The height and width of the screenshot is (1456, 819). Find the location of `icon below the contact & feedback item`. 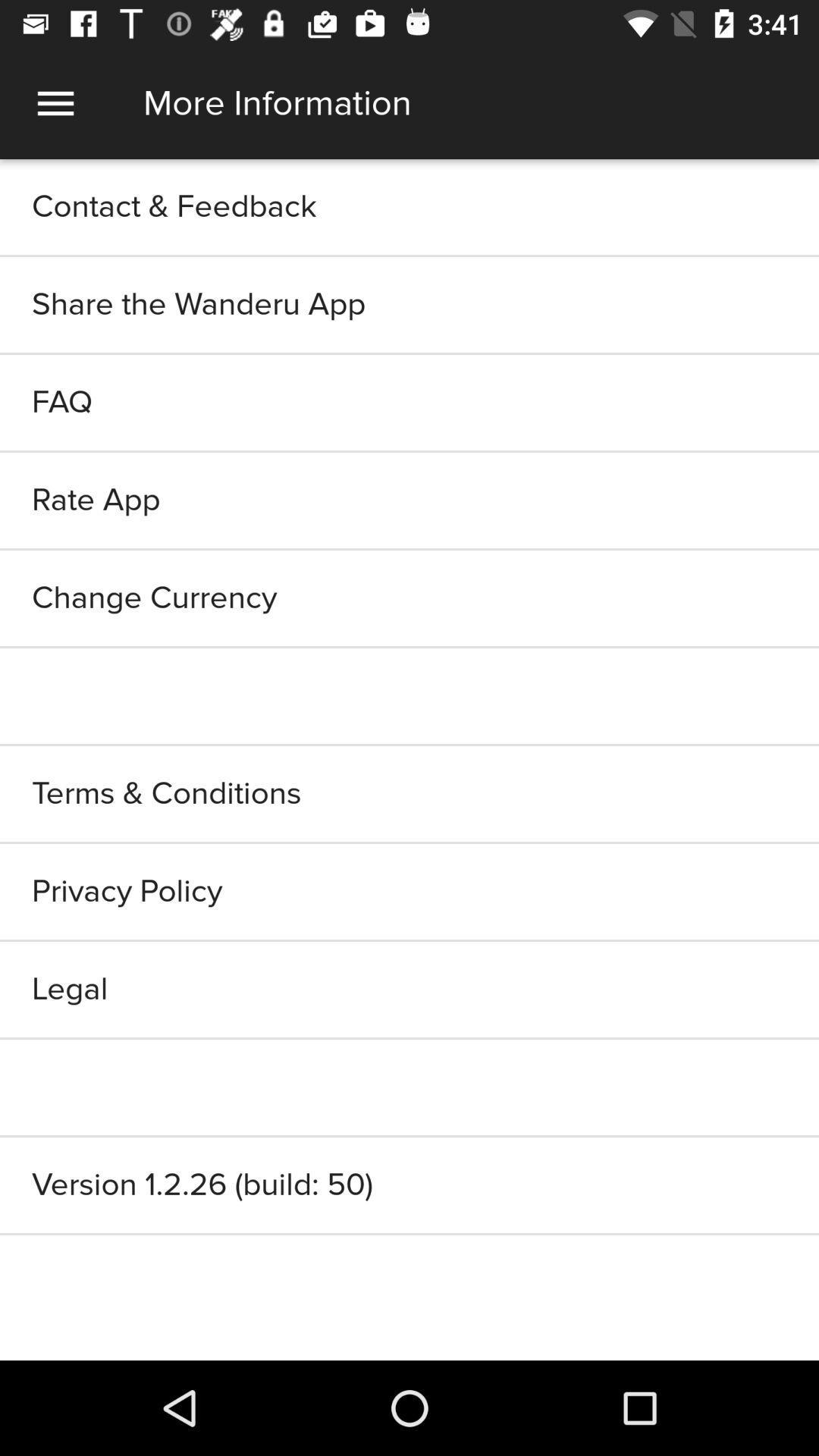

icon below the contact & feedback item is located at coordinates (409, 304).